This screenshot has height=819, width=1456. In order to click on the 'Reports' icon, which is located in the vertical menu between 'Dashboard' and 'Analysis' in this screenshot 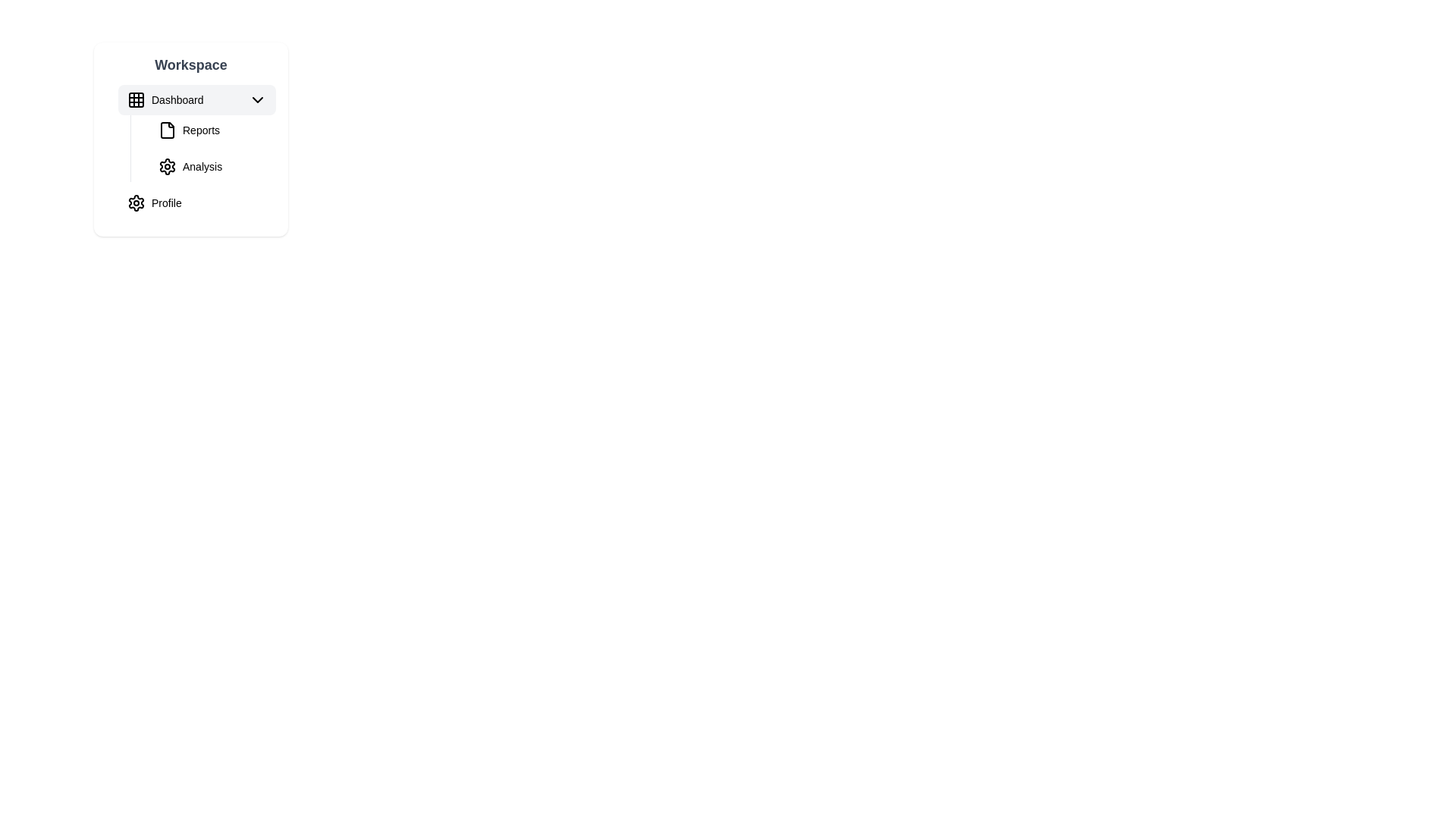, I will do `click(167, 130)`.